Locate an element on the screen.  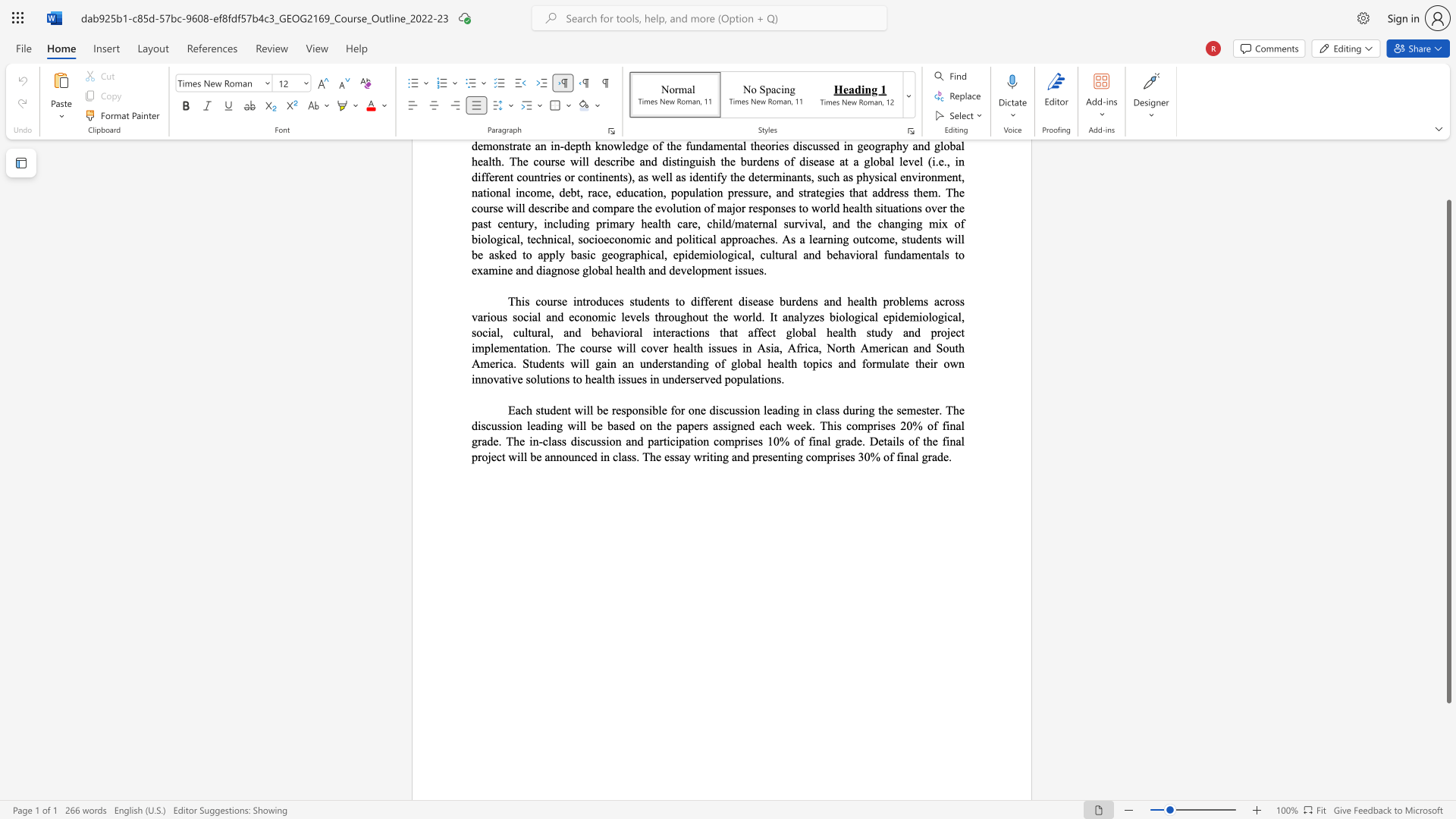
the scrollbar to move the page upward is located at coordinates (1448, 158).